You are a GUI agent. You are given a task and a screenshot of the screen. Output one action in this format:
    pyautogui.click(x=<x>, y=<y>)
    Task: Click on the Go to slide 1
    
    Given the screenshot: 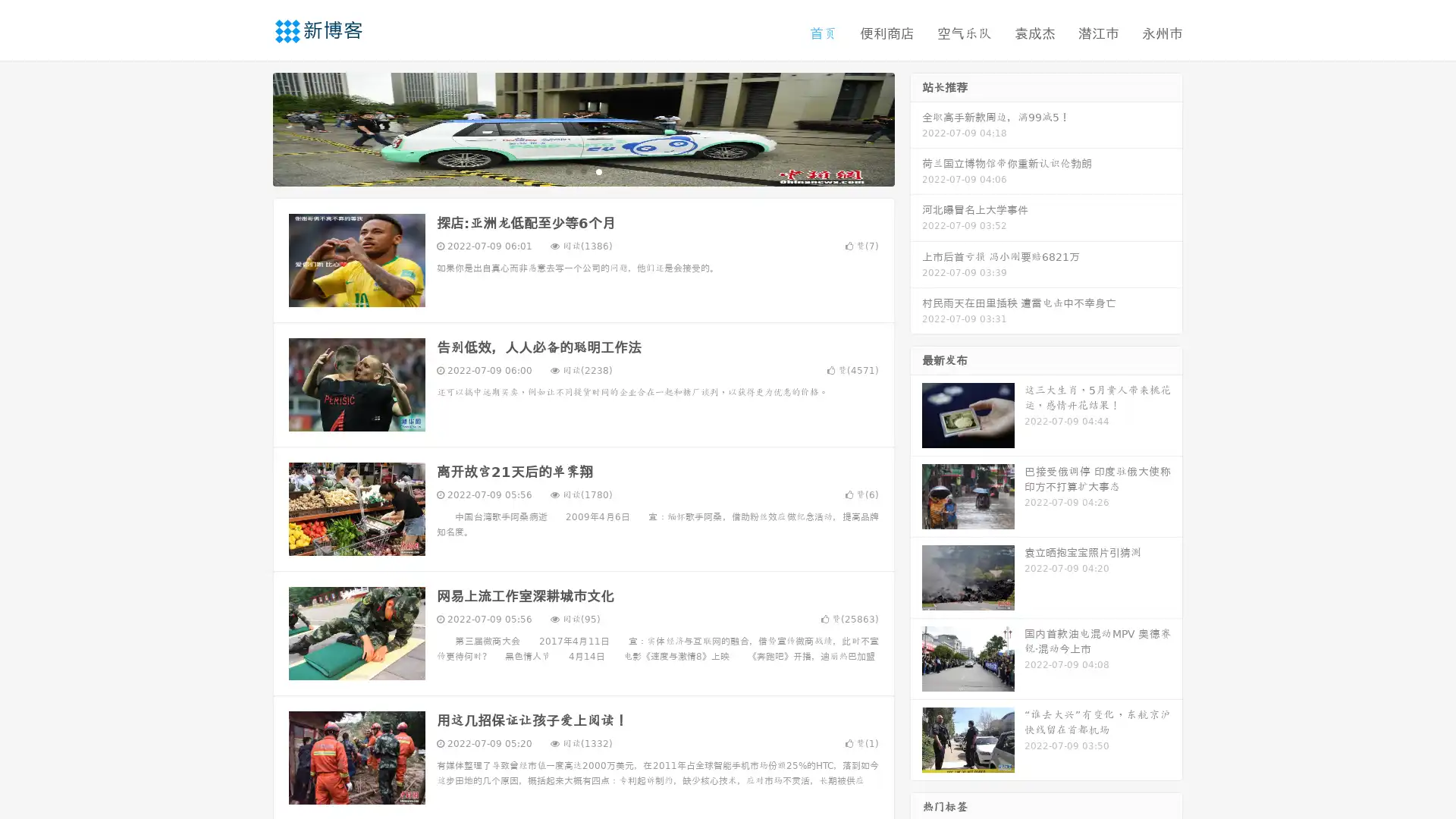 What is the action you would take?
    pyautogui.click(x=567, y=171)
    